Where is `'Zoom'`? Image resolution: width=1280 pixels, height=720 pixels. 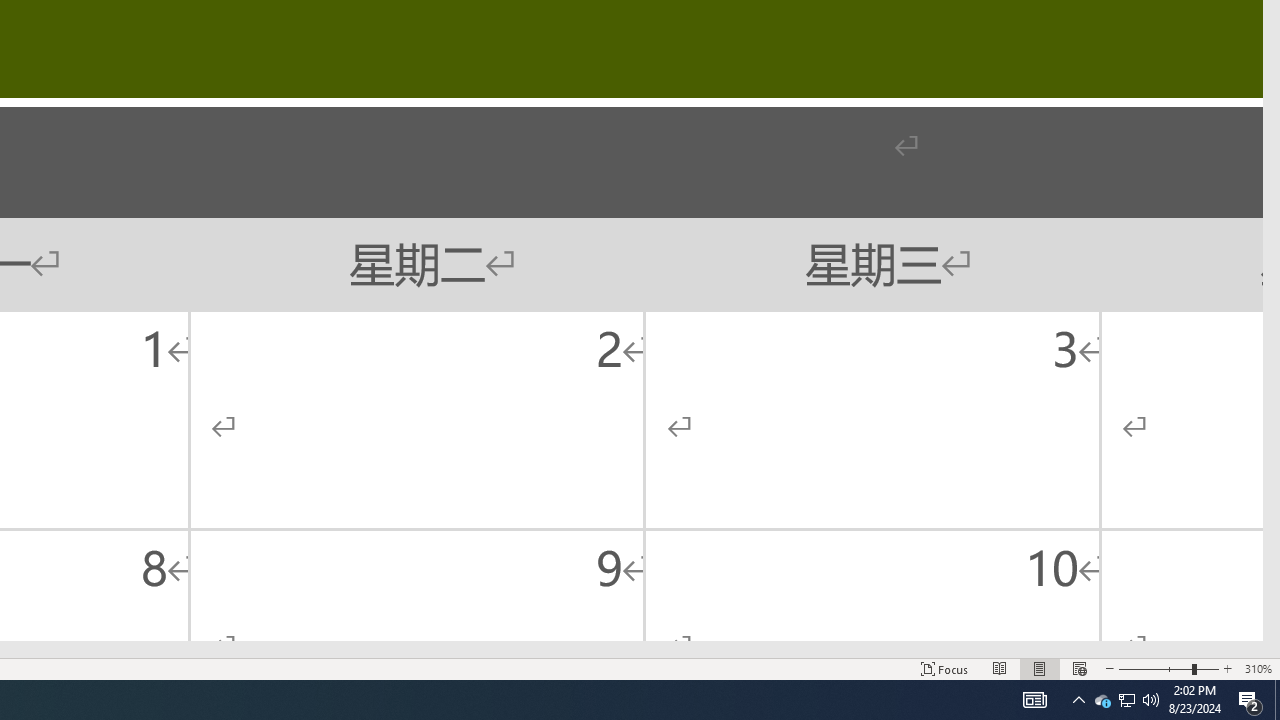
'Zoom' is located at coordinates (1168, 669).